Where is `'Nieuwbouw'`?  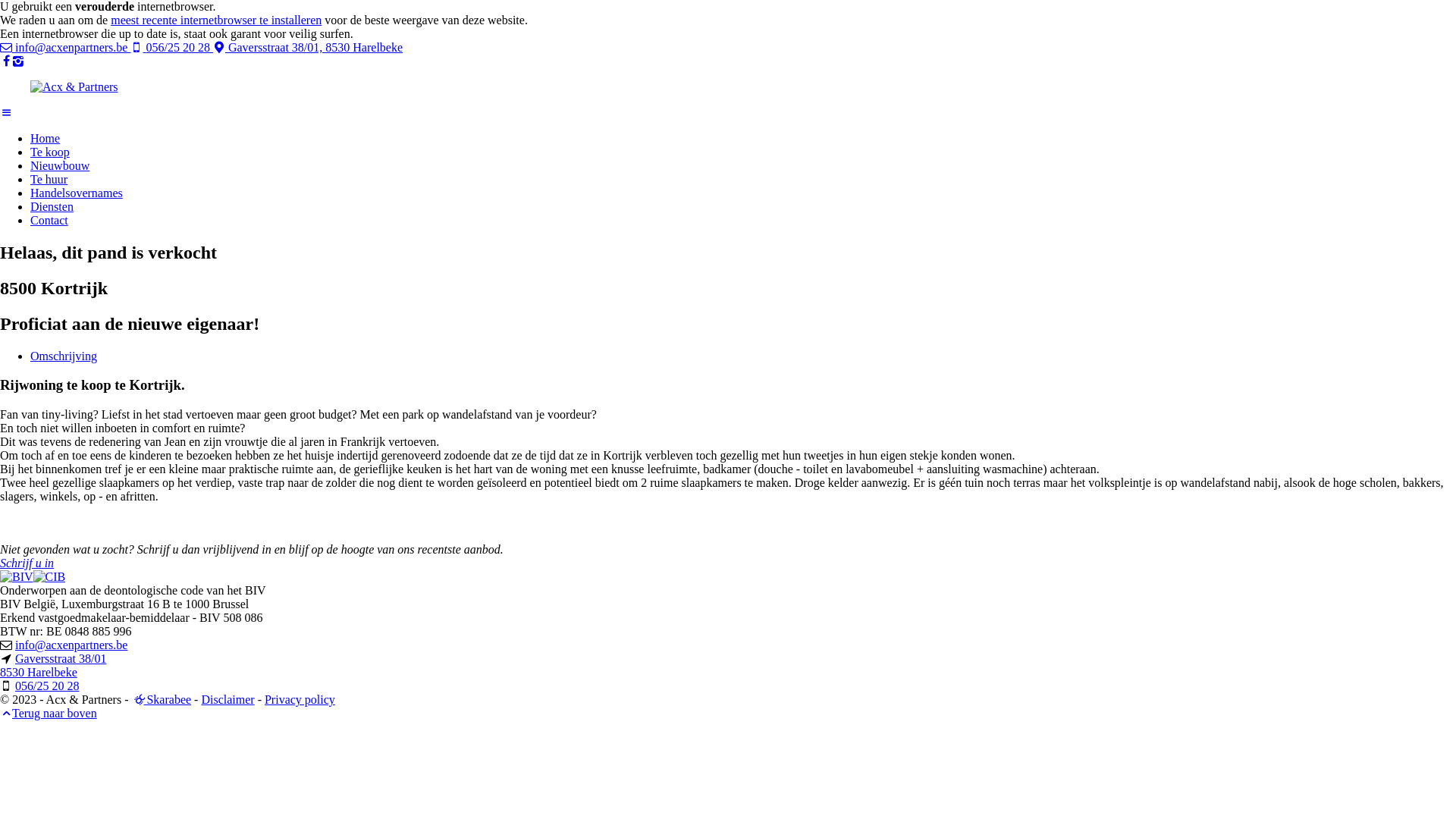 'Nieuwbouw' is located at coordinates (59, 165).